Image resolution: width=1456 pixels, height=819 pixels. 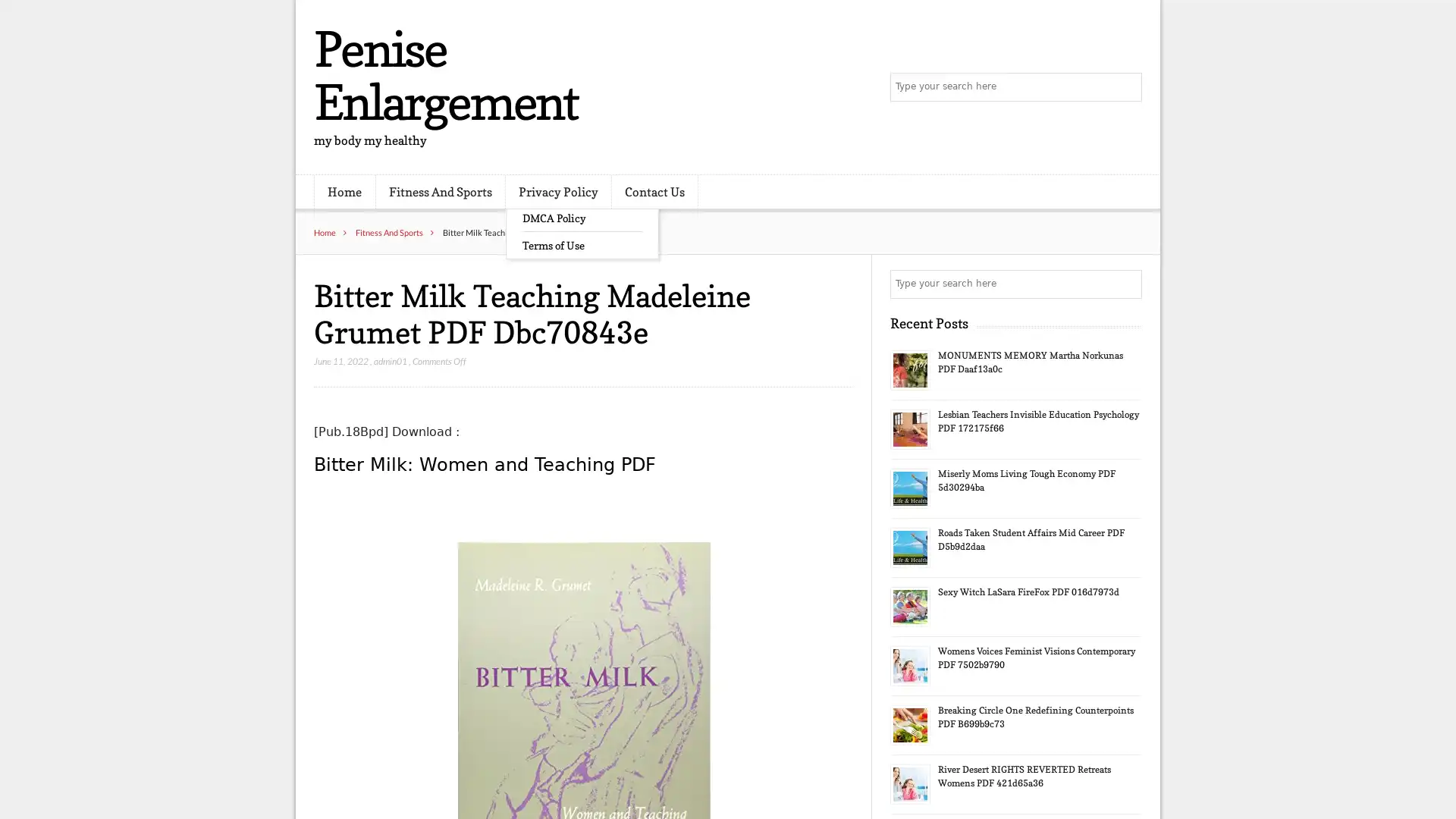 What do you see at coordinates (1126, 284) in the screenshot?
I see `Search` at bounding box center [1126, 284].